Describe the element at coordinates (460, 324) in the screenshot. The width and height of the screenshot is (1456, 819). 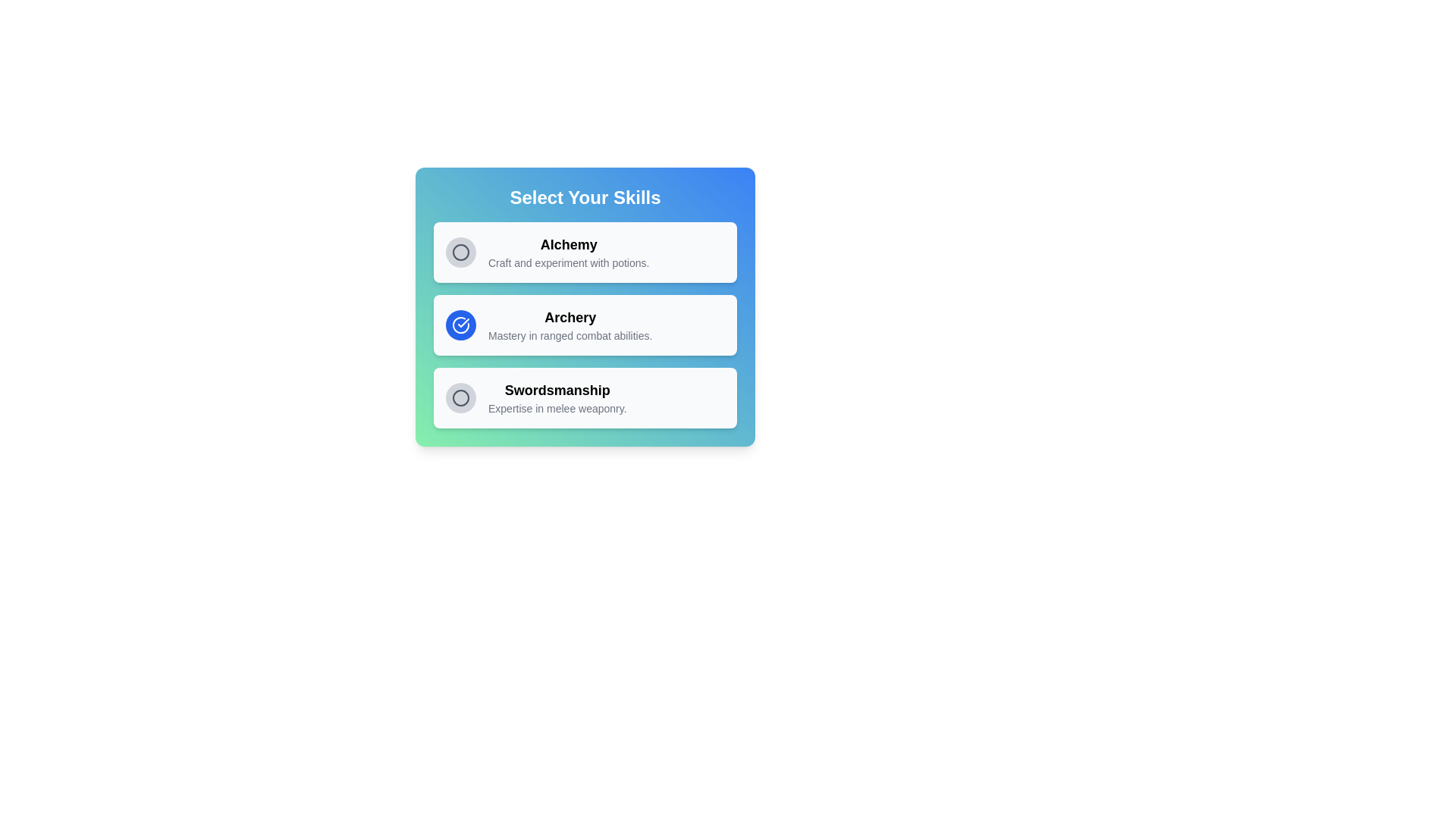
I see `the skill Archery` at that location.